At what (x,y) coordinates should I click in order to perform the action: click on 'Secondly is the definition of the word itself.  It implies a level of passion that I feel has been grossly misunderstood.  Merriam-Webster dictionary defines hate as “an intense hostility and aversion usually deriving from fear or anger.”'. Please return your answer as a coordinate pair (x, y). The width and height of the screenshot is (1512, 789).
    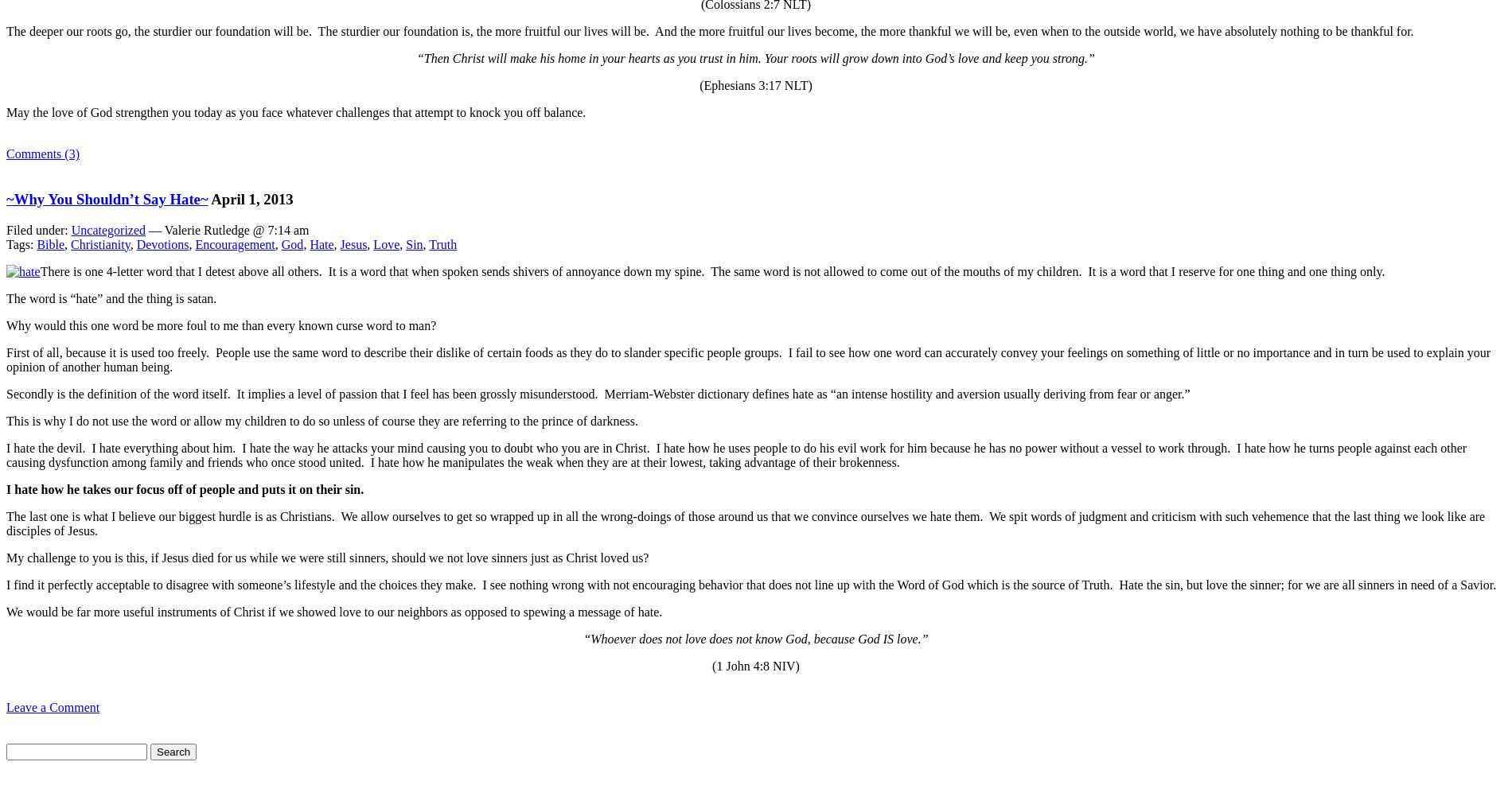
    Looking at the image, I should click on (6, 393).